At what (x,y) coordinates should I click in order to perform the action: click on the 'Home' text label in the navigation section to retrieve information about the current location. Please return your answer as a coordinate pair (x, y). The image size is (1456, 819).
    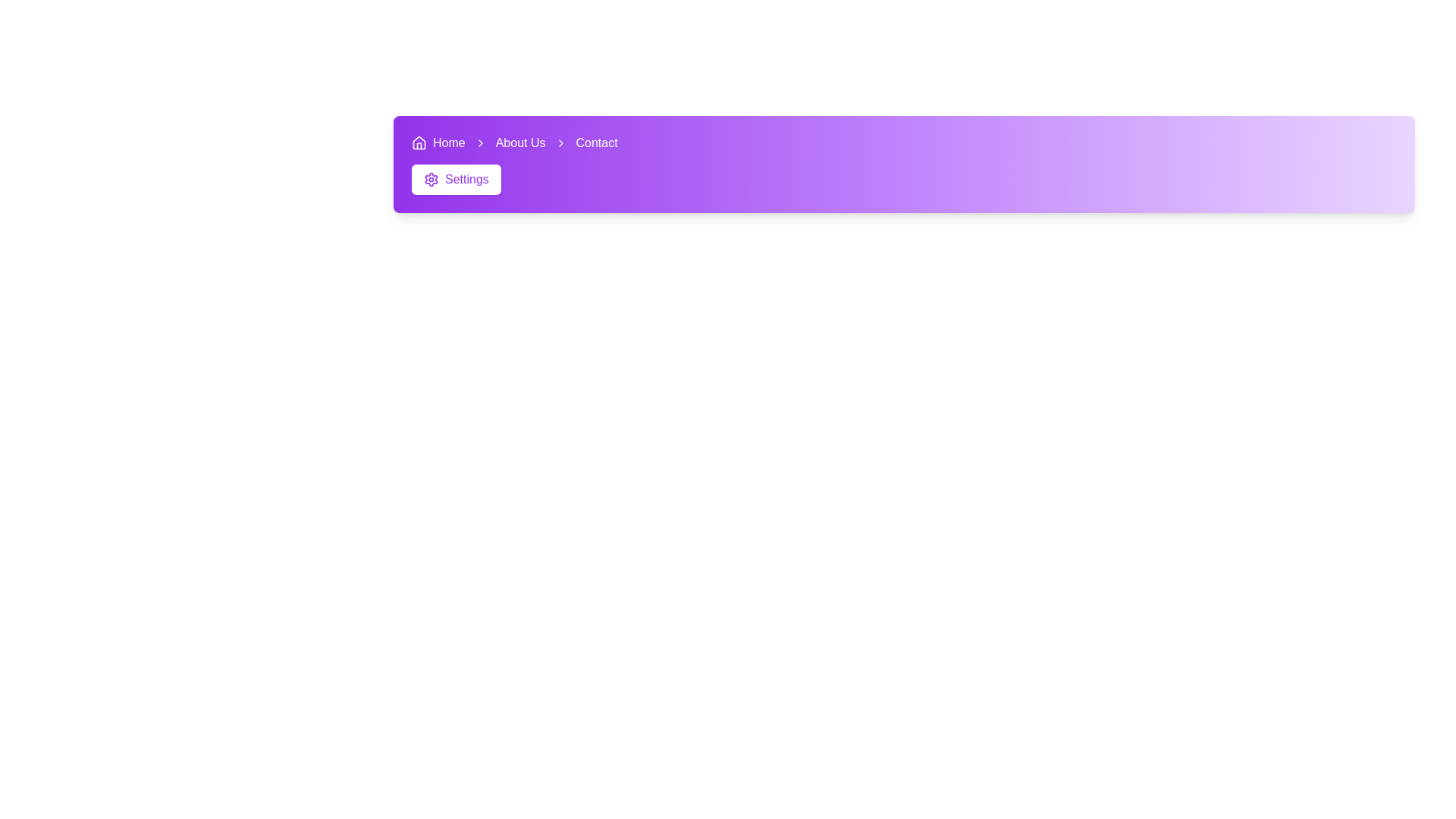
    Looking at the image, I should click on (448, 143).